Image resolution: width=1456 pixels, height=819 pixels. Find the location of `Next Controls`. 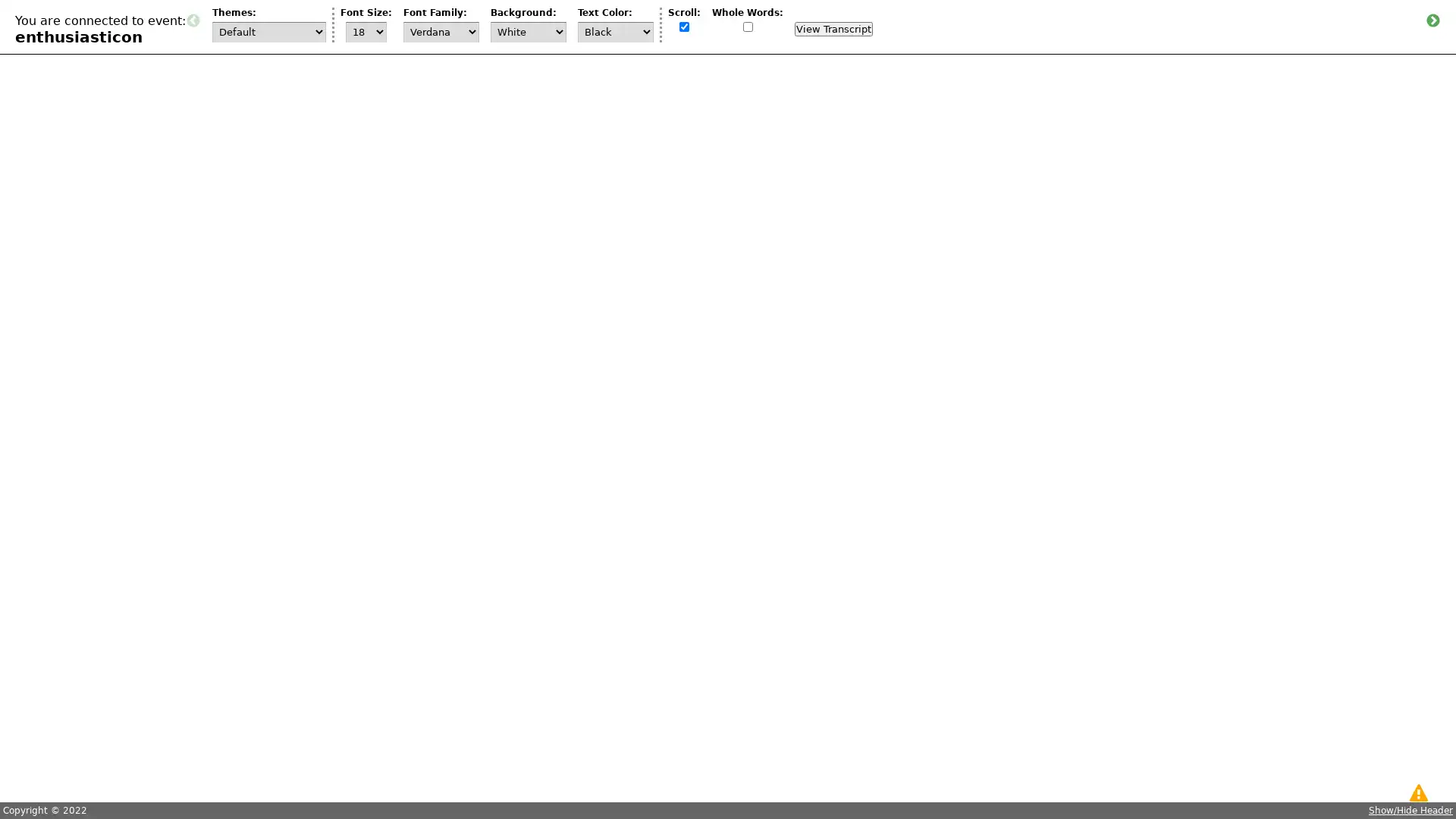

Next Controls is located at coordinates (1432, 20).